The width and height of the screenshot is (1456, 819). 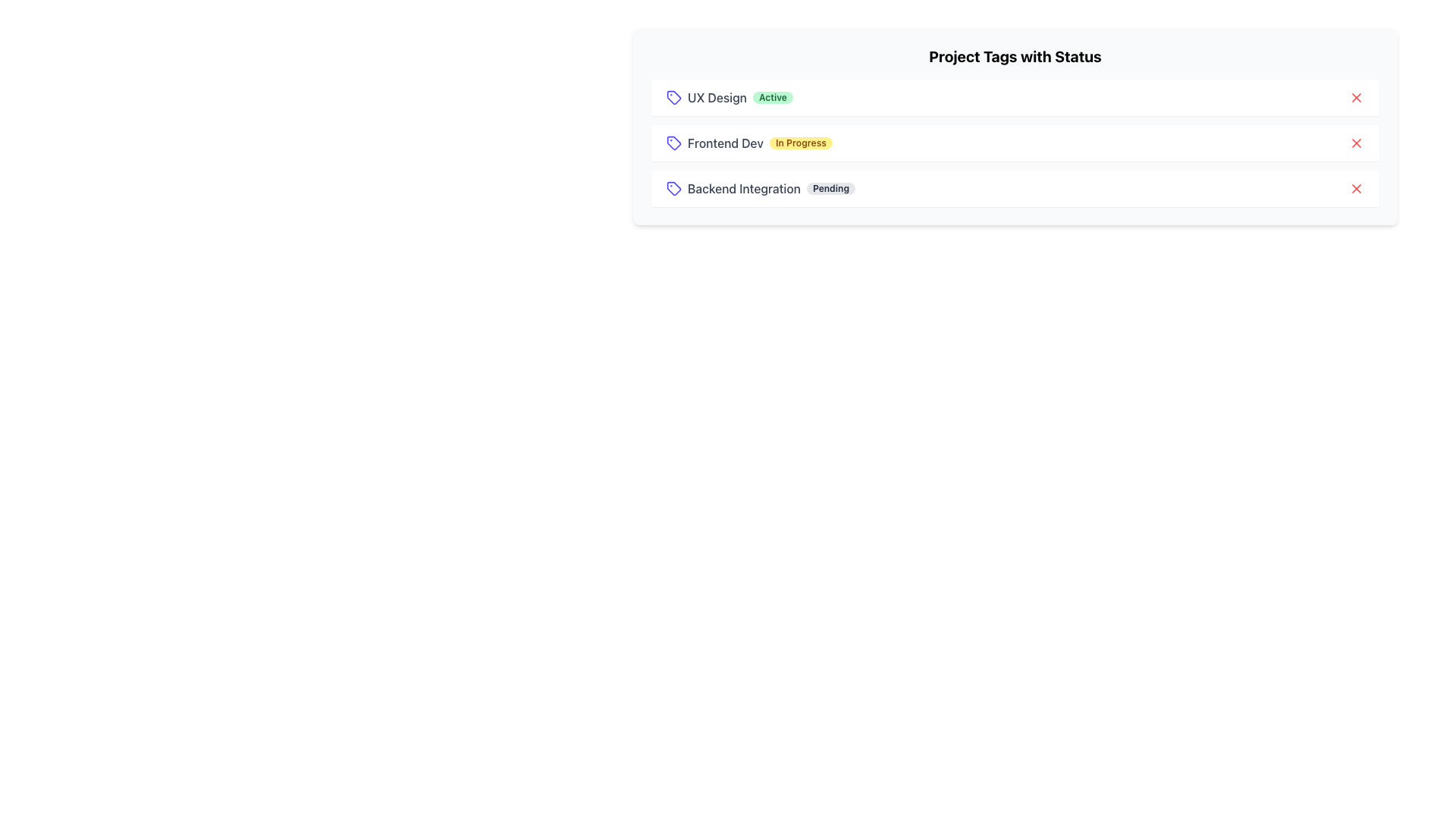 What do you see at coordinates (773, 97) in the screenshot?
I see `the 'Active' status badge located next to the 'UX Design' project title, which indicates the project's current state` at bounding box center [773, 97].